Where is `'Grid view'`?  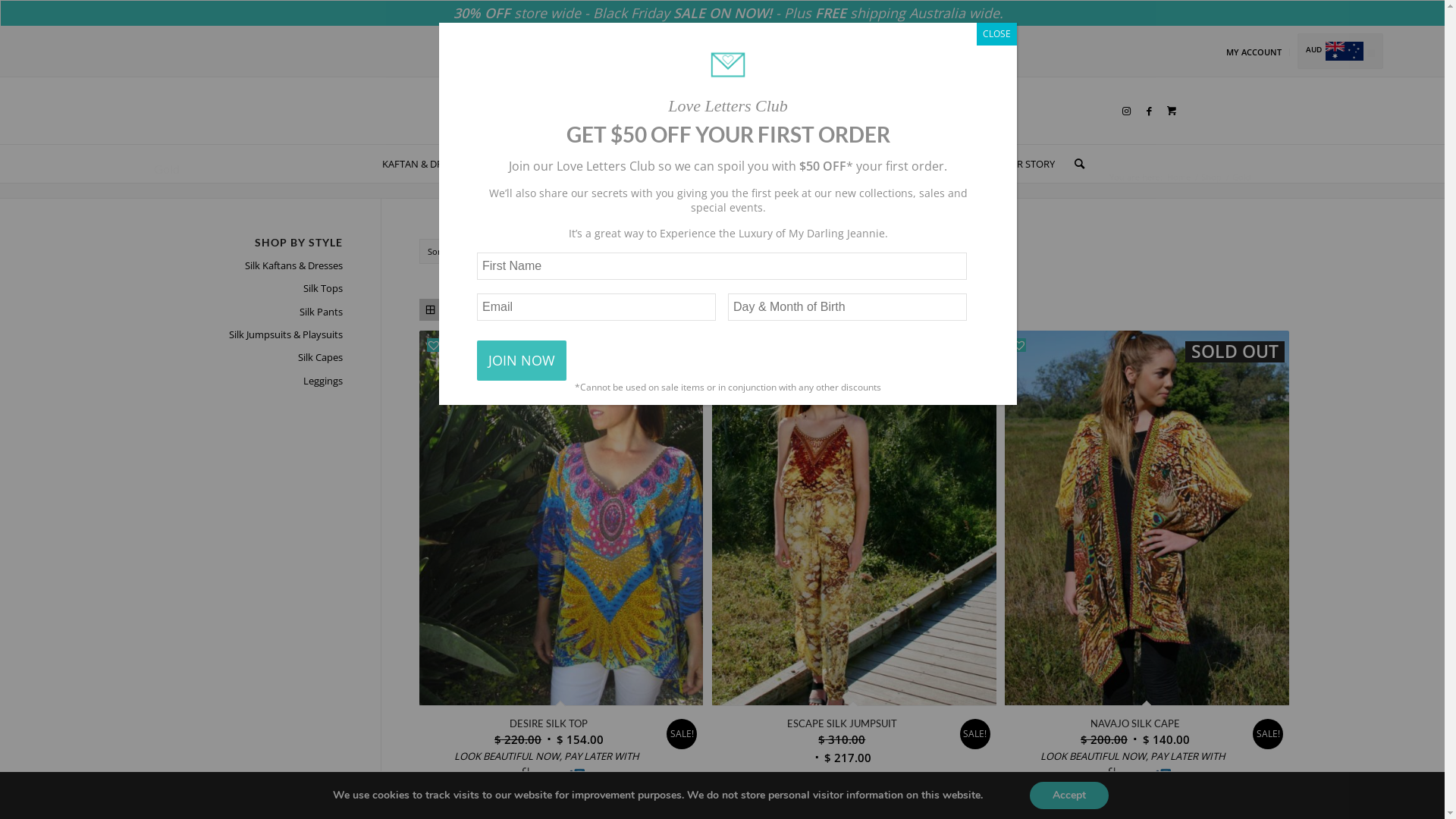 'Grid view' is located at coordinates (428, 309).